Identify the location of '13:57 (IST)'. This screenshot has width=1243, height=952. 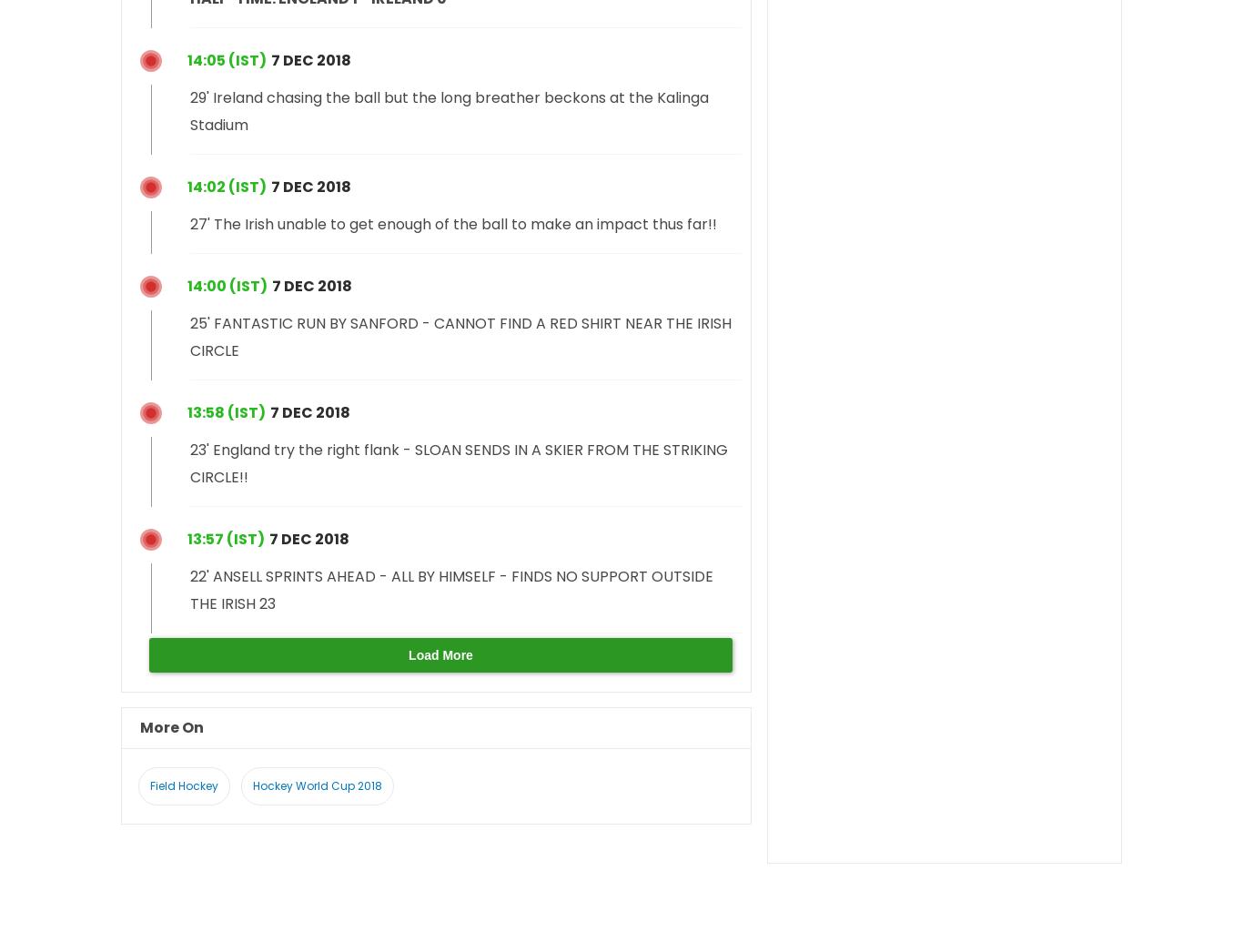
(226, 538).